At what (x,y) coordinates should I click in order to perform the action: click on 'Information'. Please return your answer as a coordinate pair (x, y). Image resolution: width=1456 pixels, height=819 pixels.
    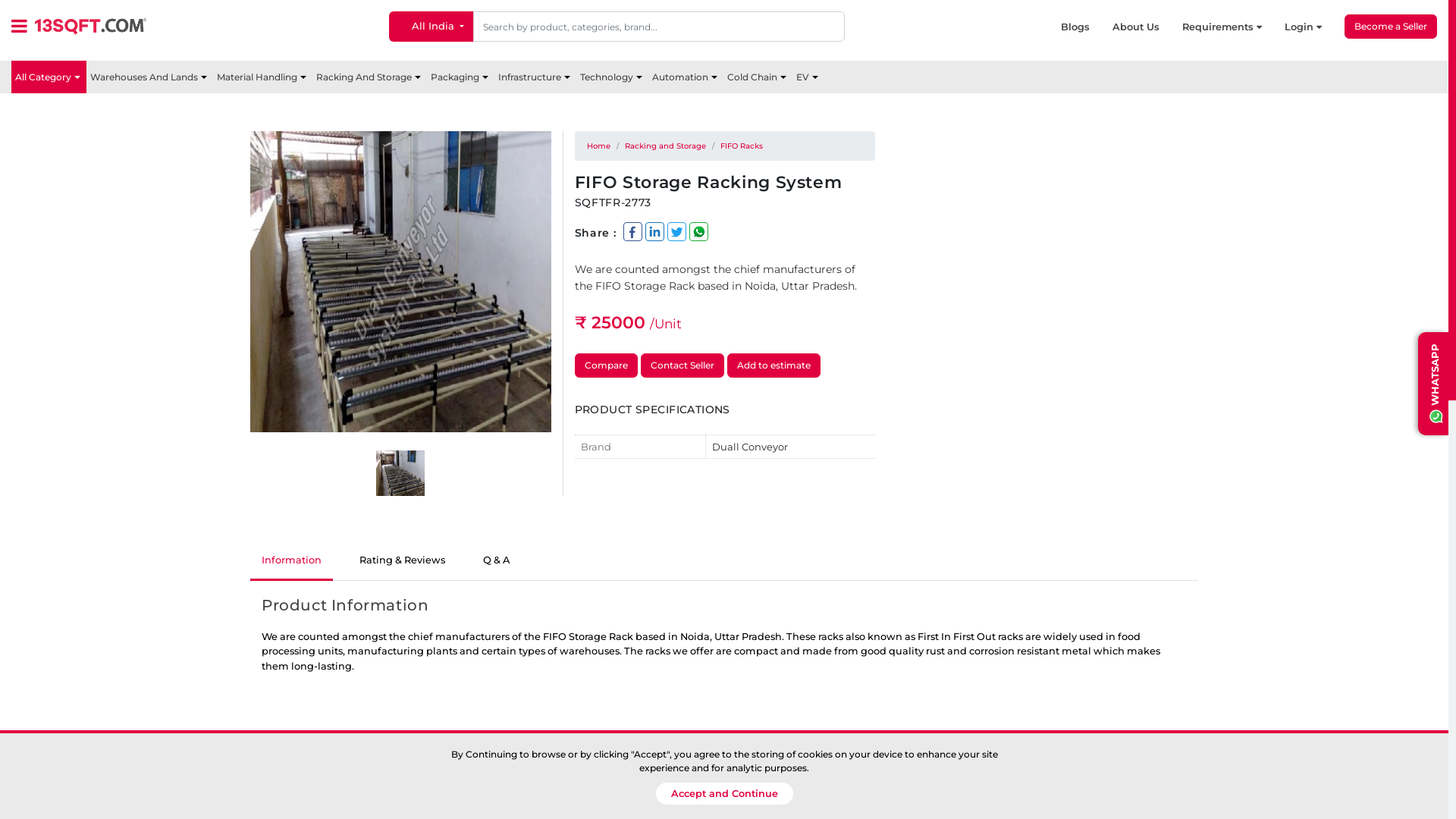
    Looking at the image, I should click on (291, 561).